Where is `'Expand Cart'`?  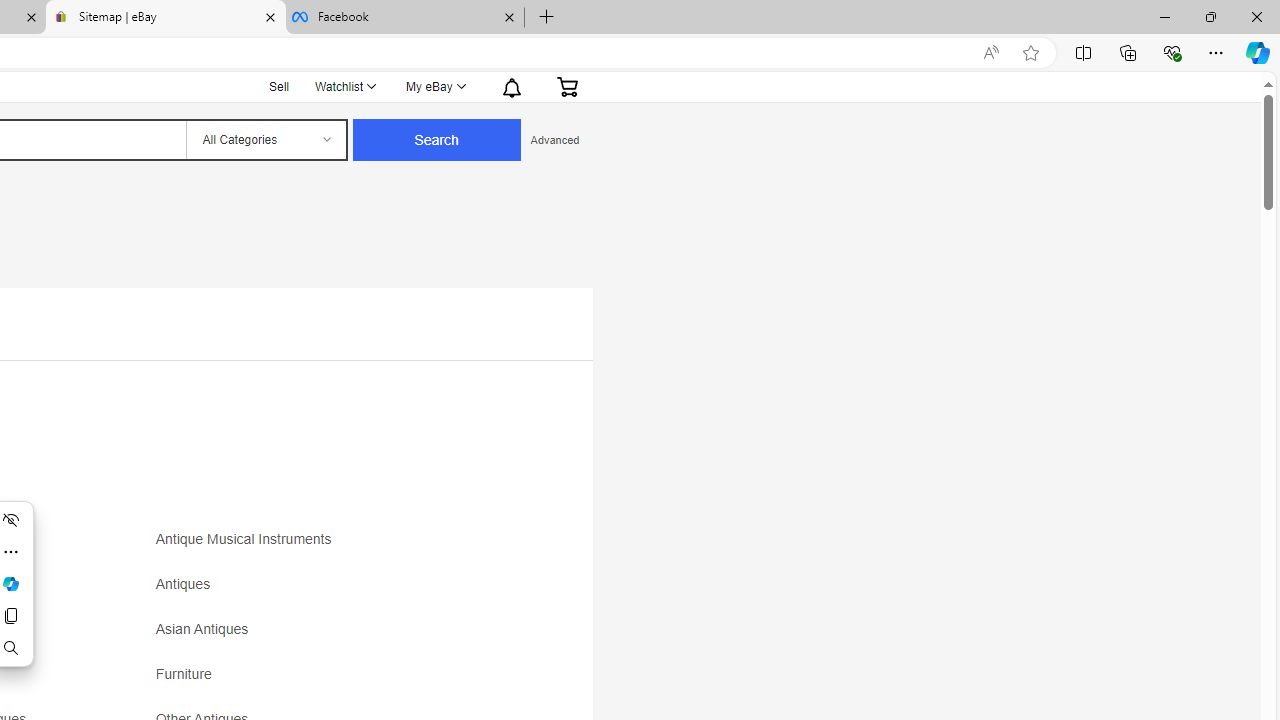 'Expand Cart' is located at coordinates (566, 85).